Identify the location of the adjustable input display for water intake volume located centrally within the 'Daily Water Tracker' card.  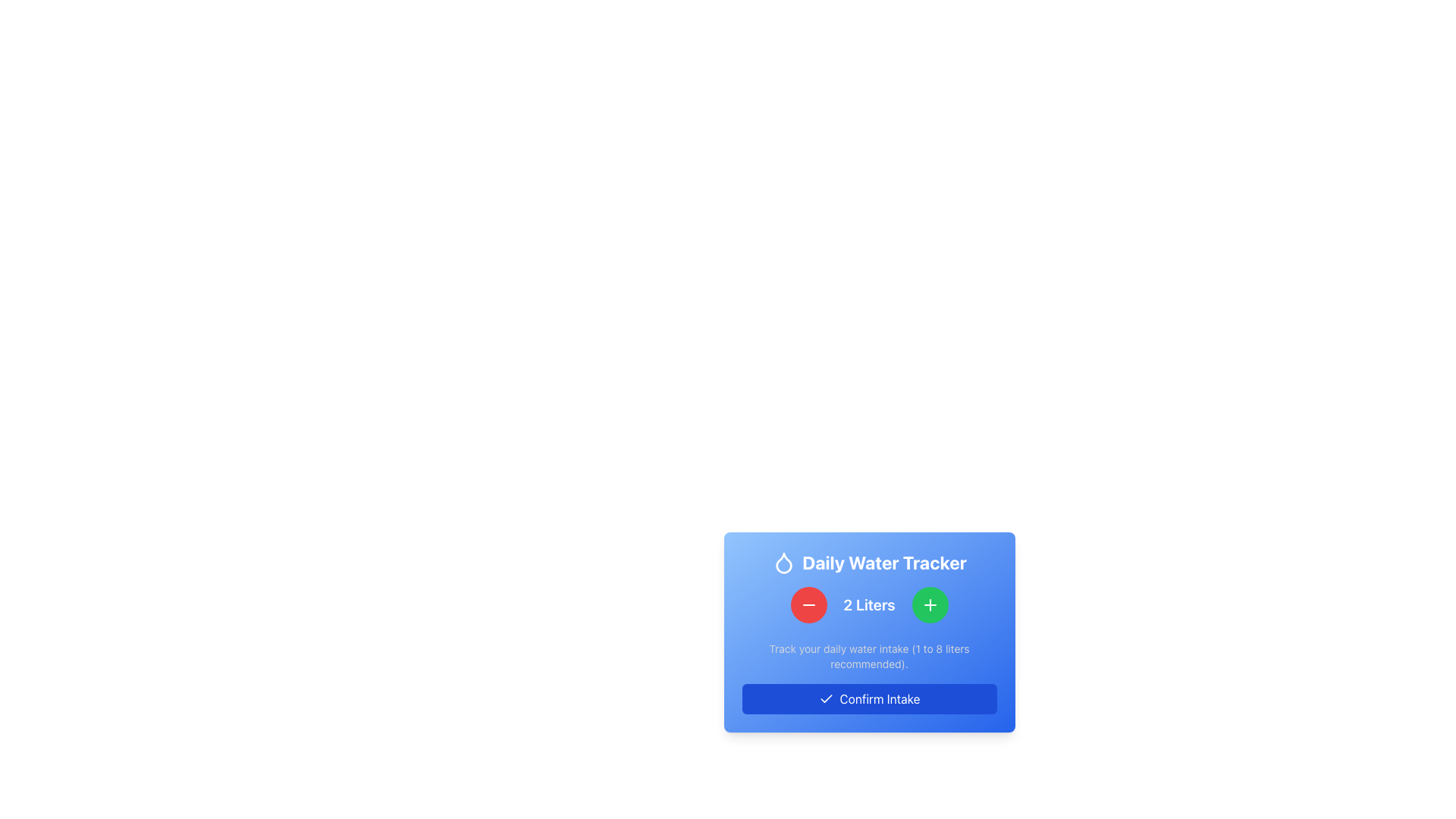
(869, 604).